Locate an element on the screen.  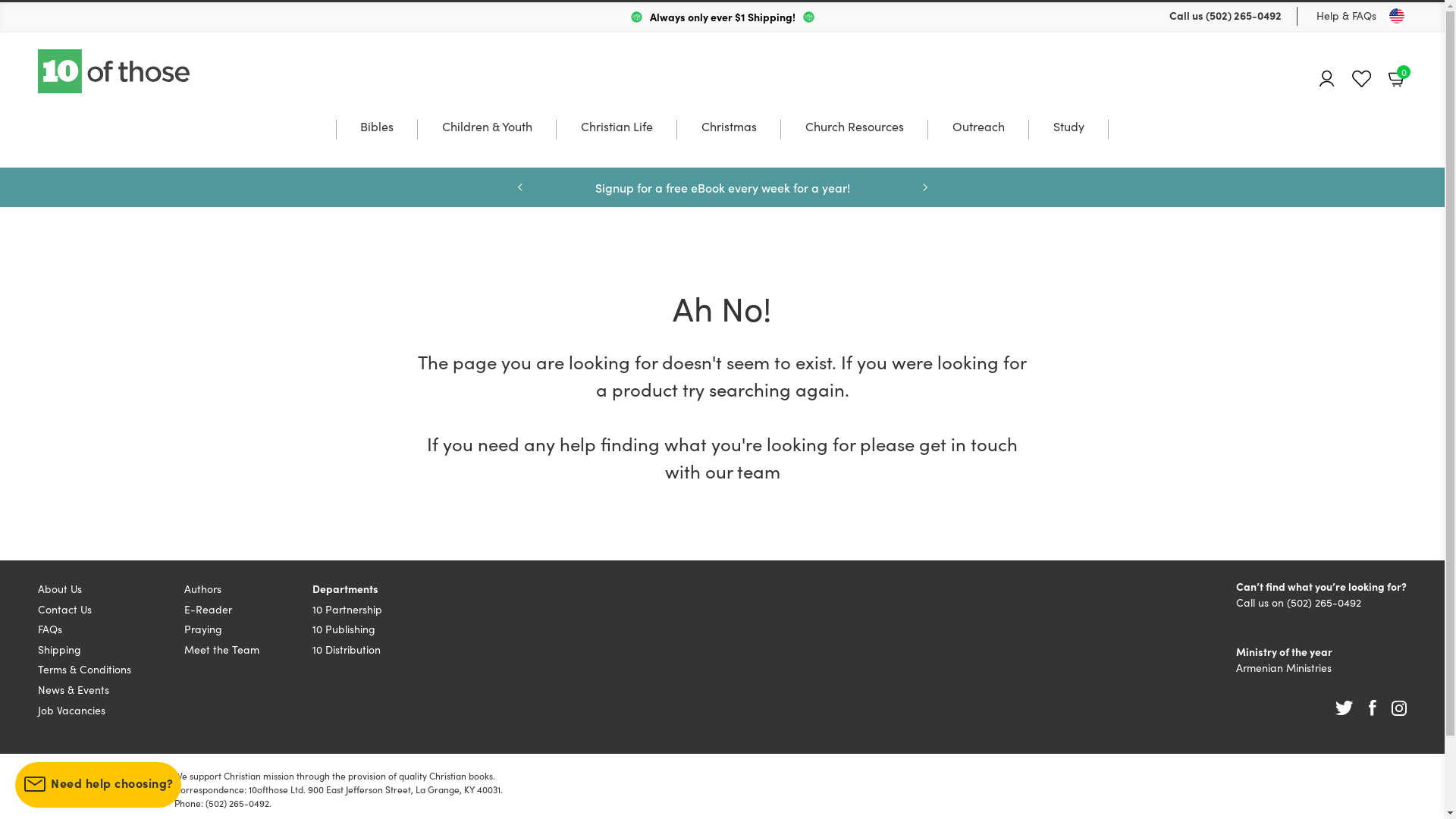
'Children & Youth' is located at coordinates (441, 140).